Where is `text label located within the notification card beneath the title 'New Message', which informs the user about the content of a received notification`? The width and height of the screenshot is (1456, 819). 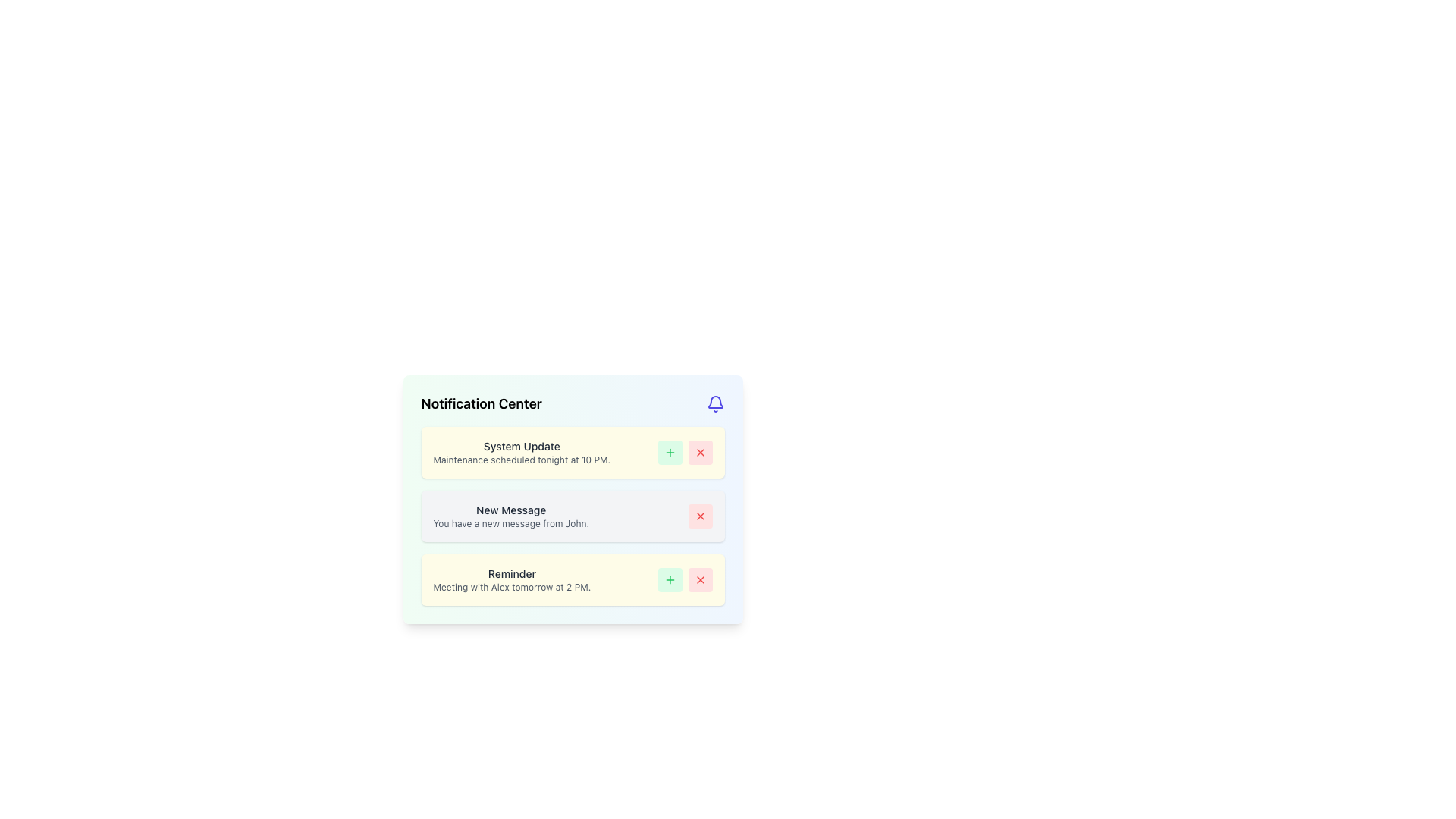
text label located within the notification card beneath the title 'New Message', which informs the user about the content of a received notification is located at coordinates (511, 522).